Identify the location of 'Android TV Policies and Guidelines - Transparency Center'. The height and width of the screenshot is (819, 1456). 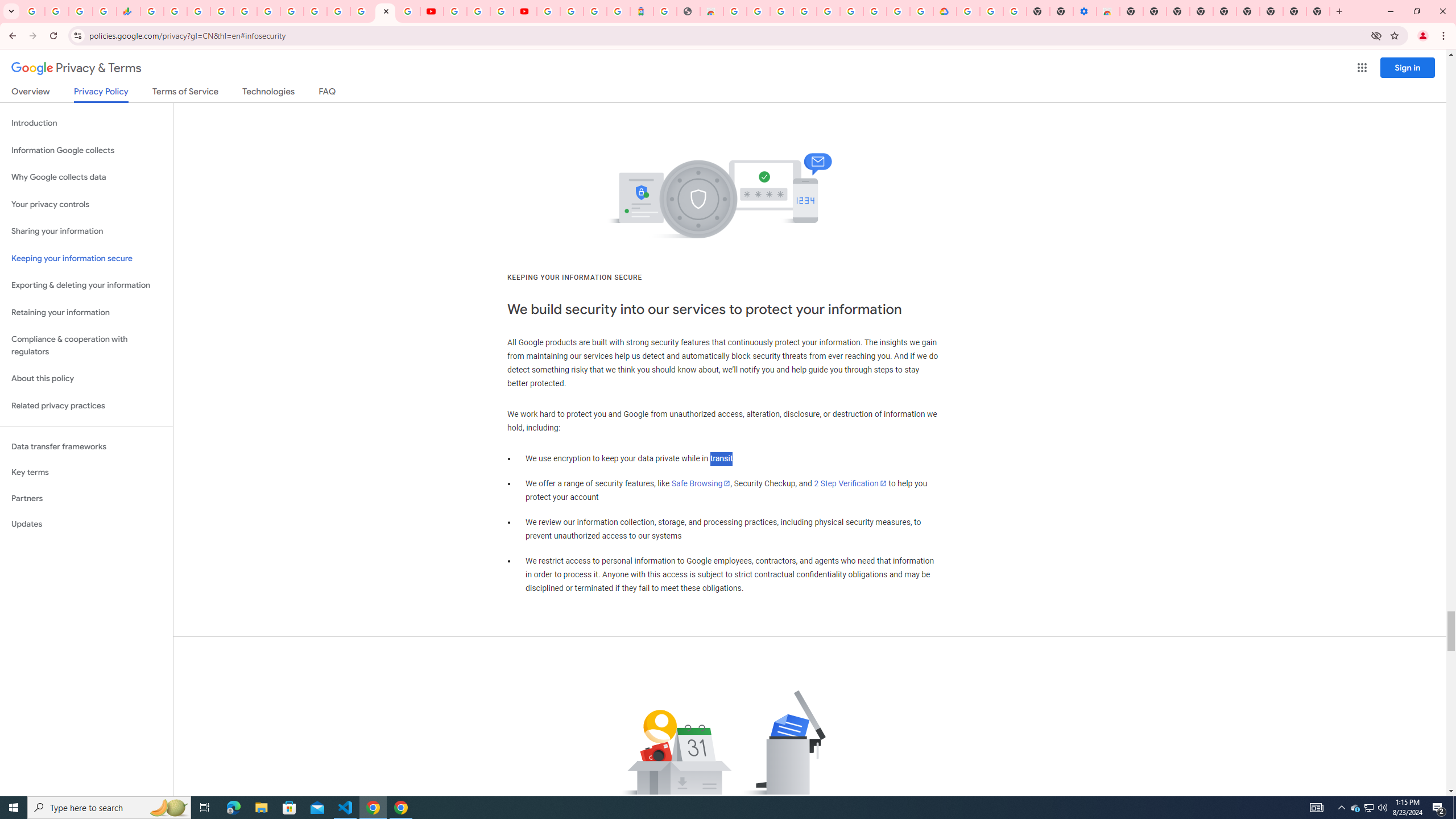
(292, 11).